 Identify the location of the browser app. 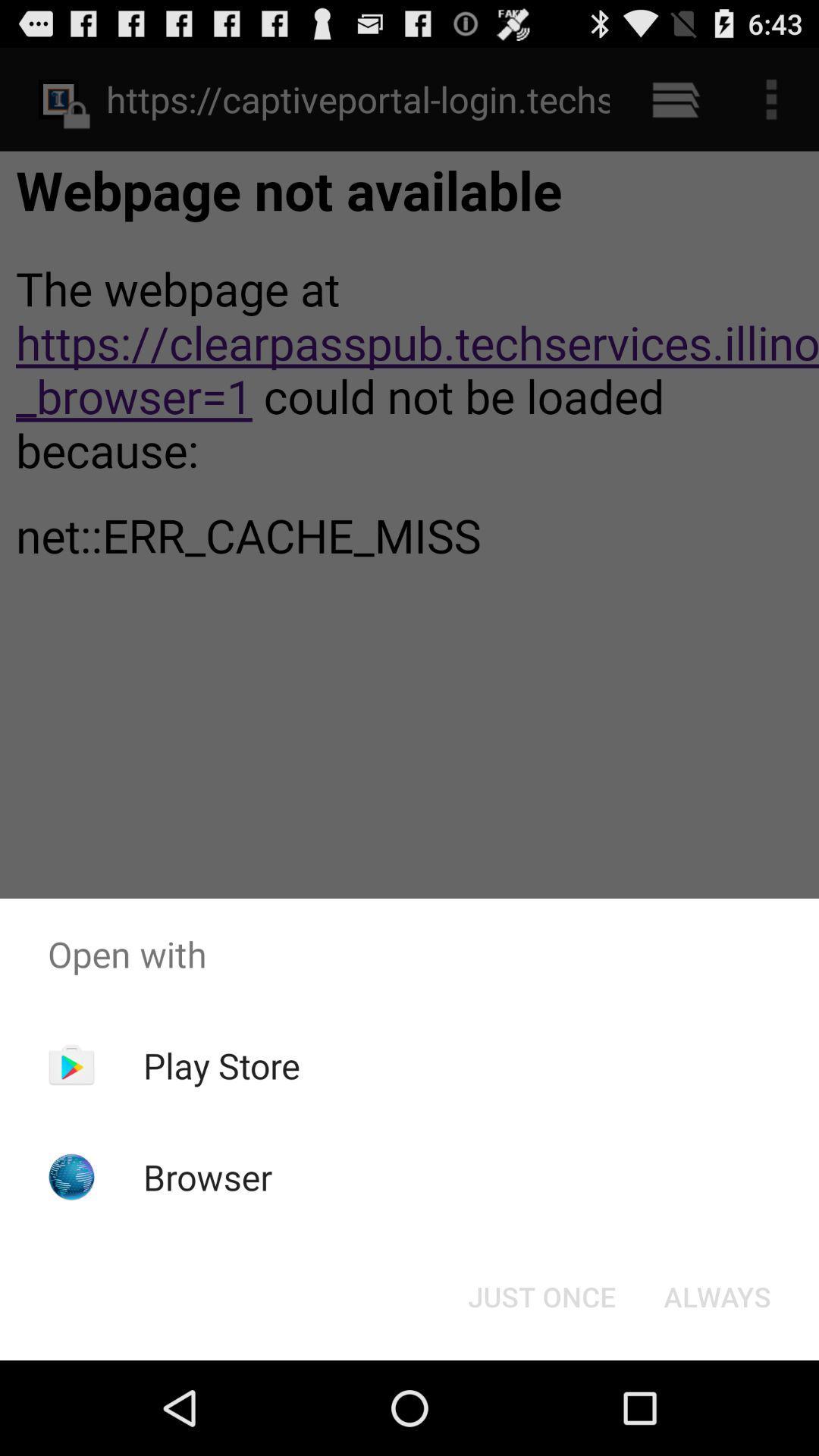
(208, 1176).